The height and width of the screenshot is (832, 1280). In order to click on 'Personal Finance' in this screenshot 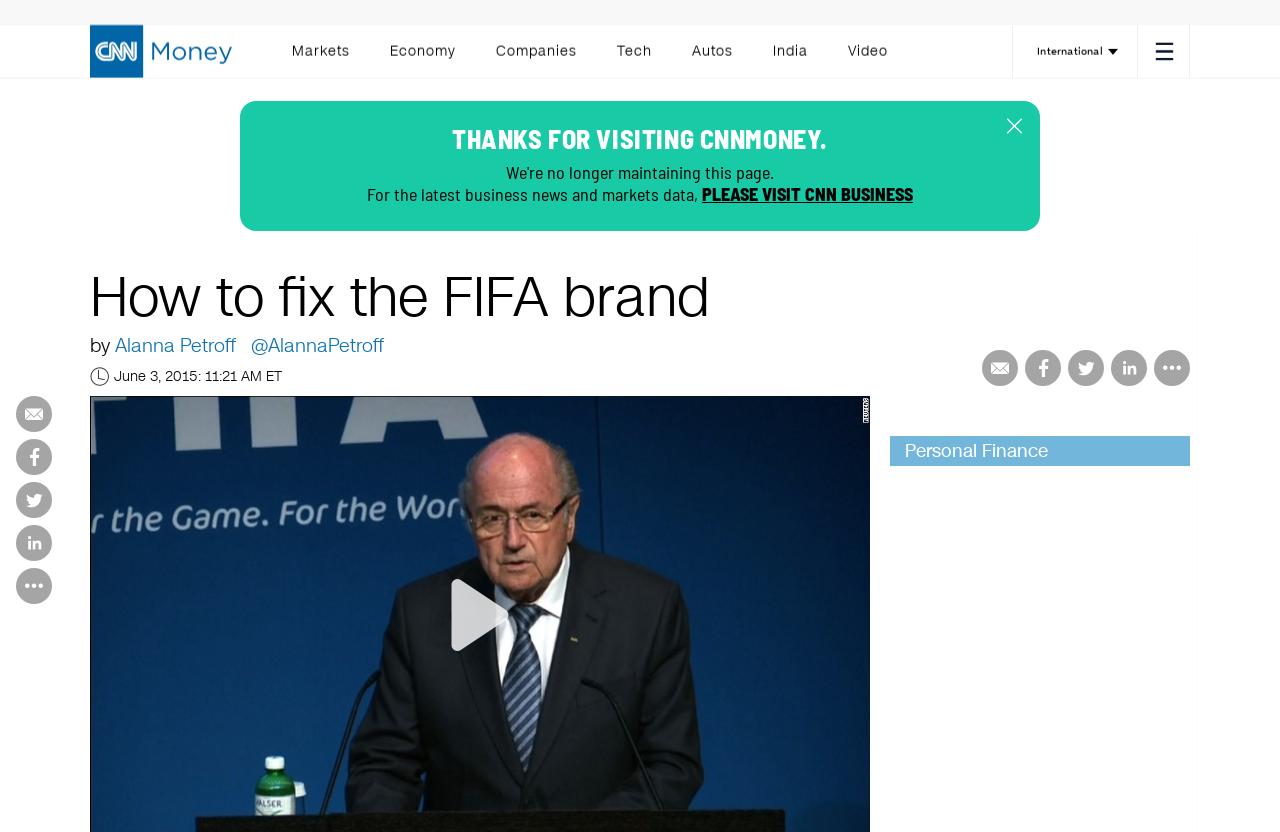, I will do `click(976, 451)`.